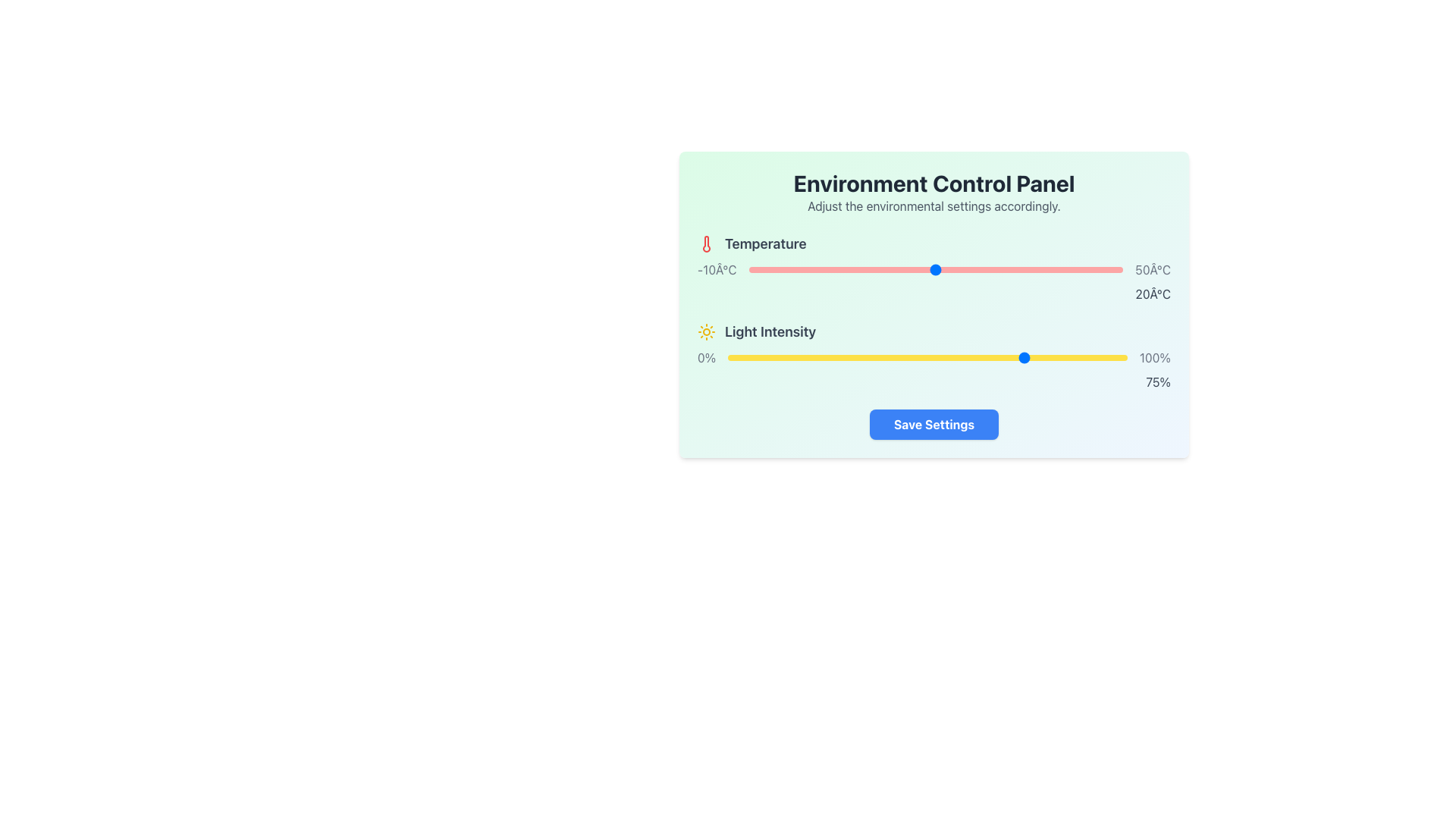 The width and height of the screenshot is (1456, 819). Describe the element at coordinates (1084, 268) in the screenshot. I see `the temperature slider` at that location.